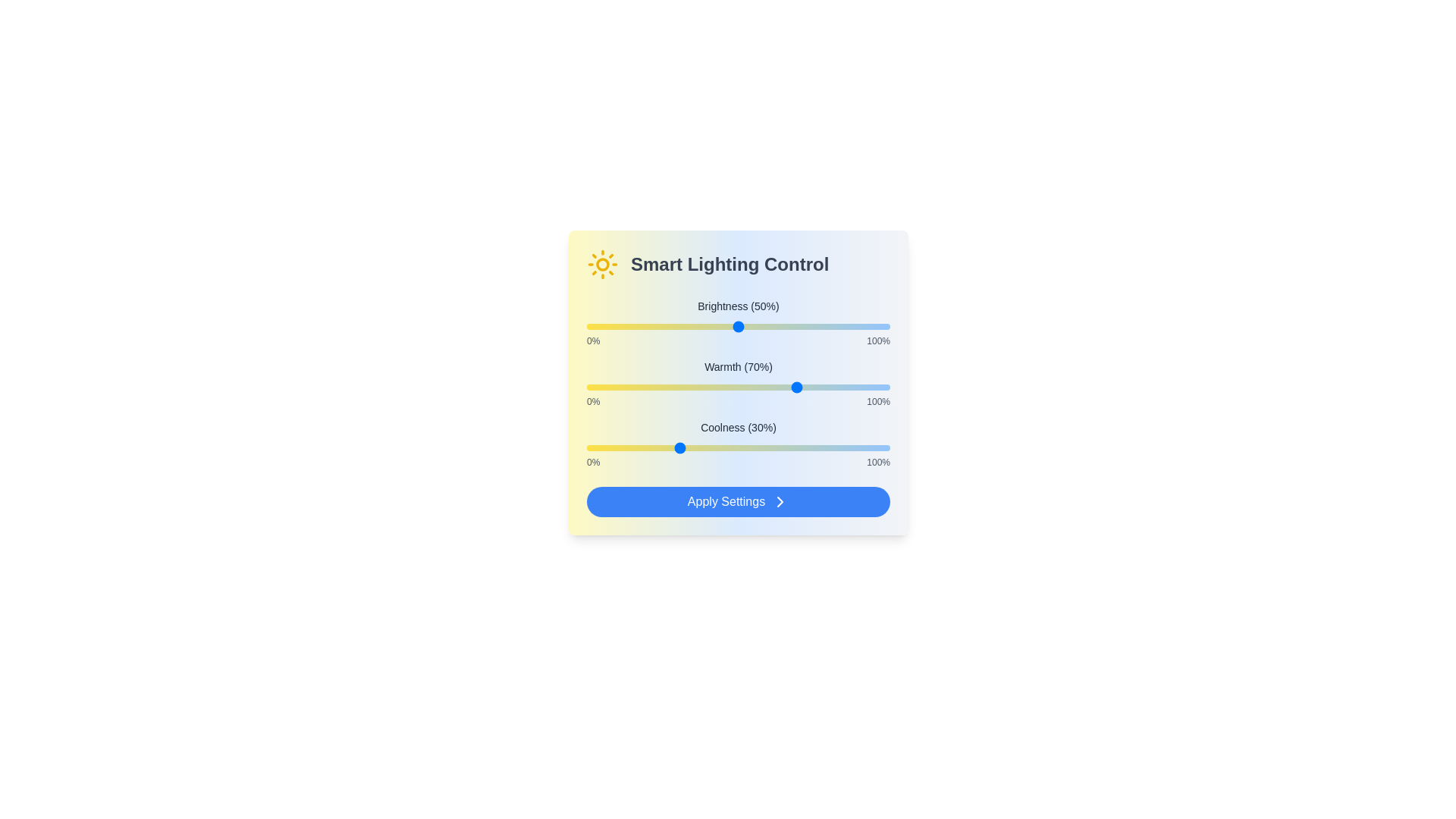  What do you see at coordinates (829, 326) in the screenshot?
I see `the brightness slider to 80%` at bounding box center [829, 326].